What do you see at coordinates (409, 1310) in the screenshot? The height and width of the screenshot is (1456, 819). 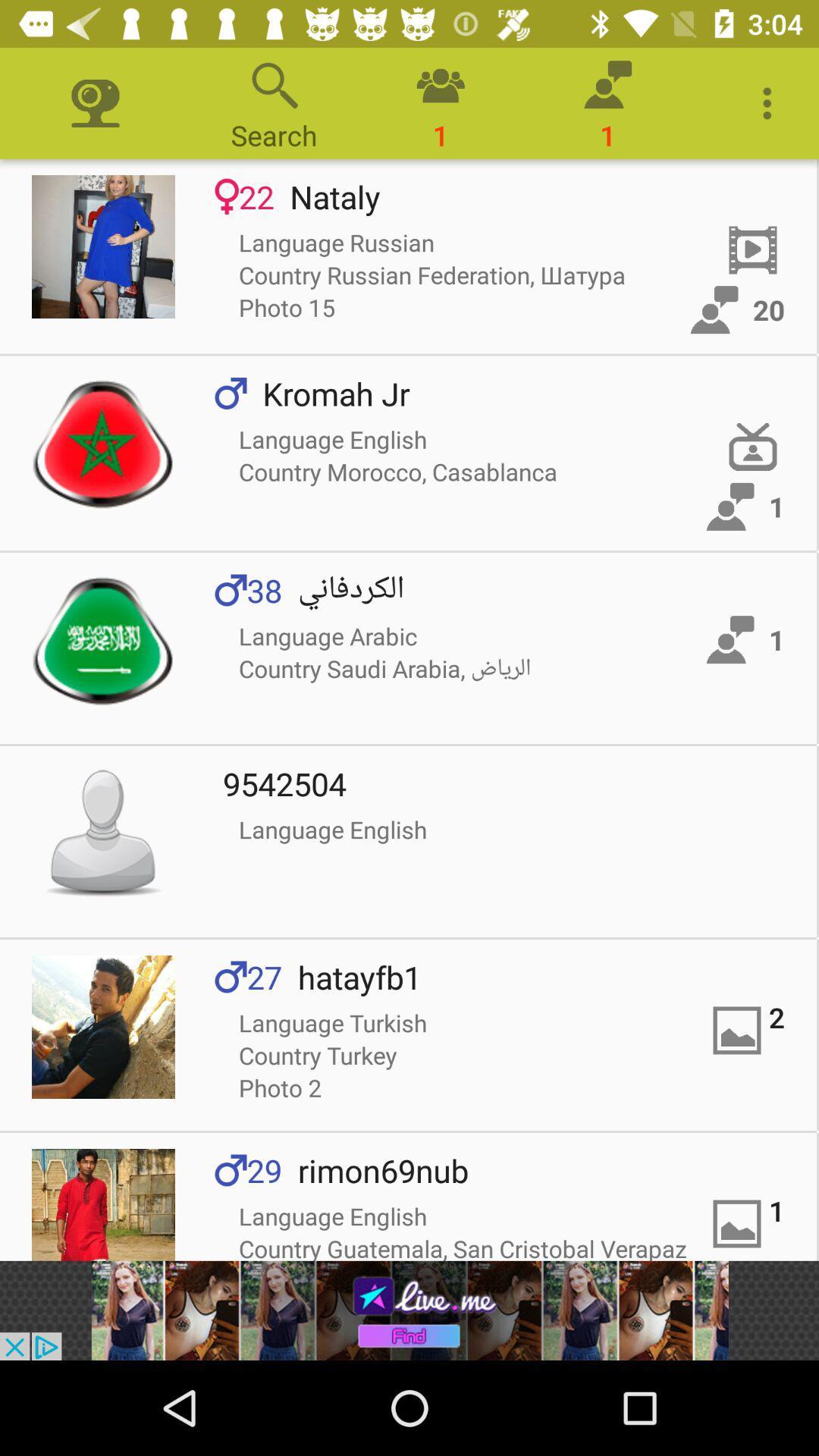 I see `advertisement` at bounding box center [409, 1310].